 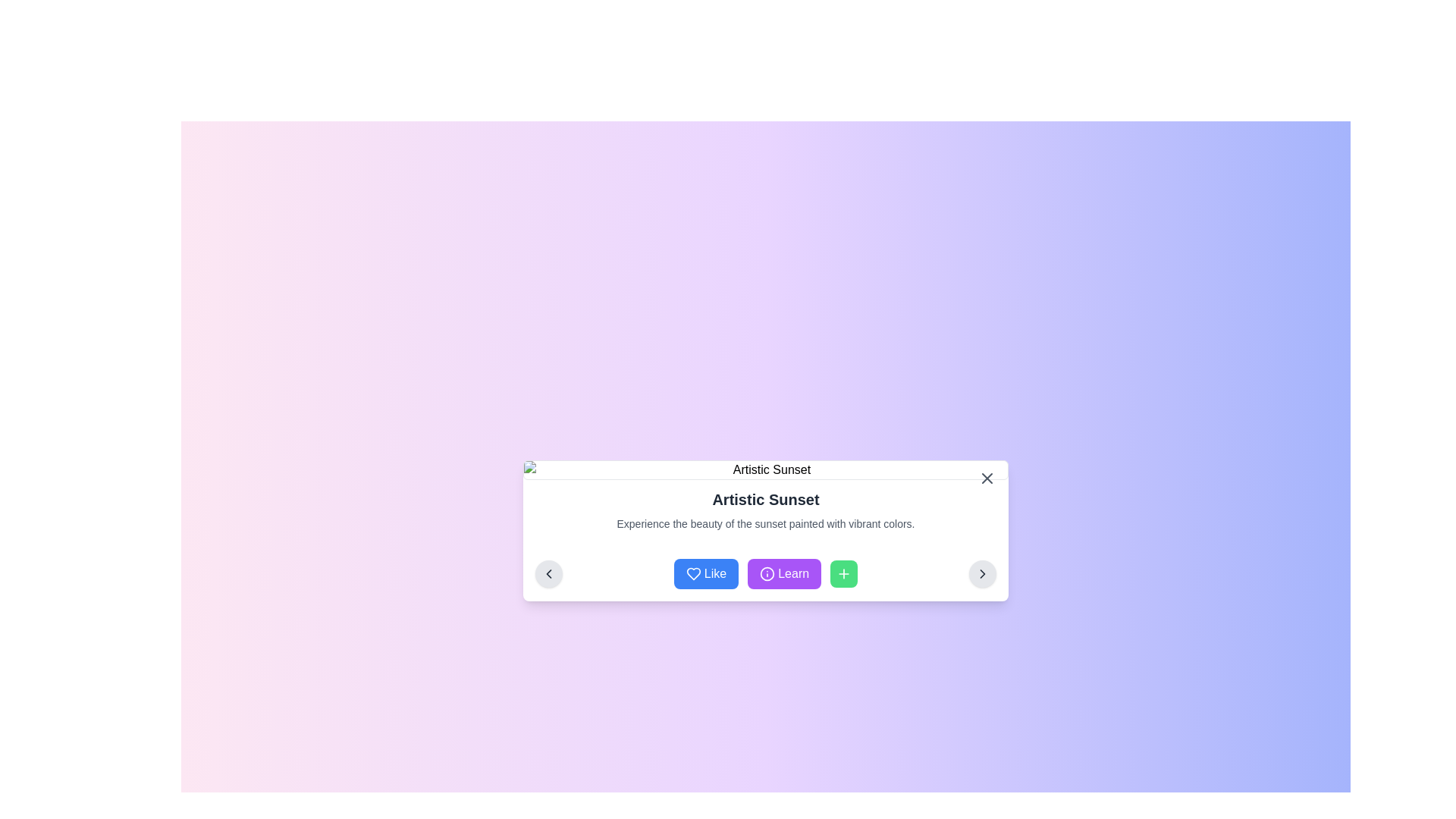 What do you see at coordinates (765, 573) in the screenshot?
I see `the 'Learn' button with a purple background and white text to trigger the tooltip or visual effect` at bounding box center [765, 573].